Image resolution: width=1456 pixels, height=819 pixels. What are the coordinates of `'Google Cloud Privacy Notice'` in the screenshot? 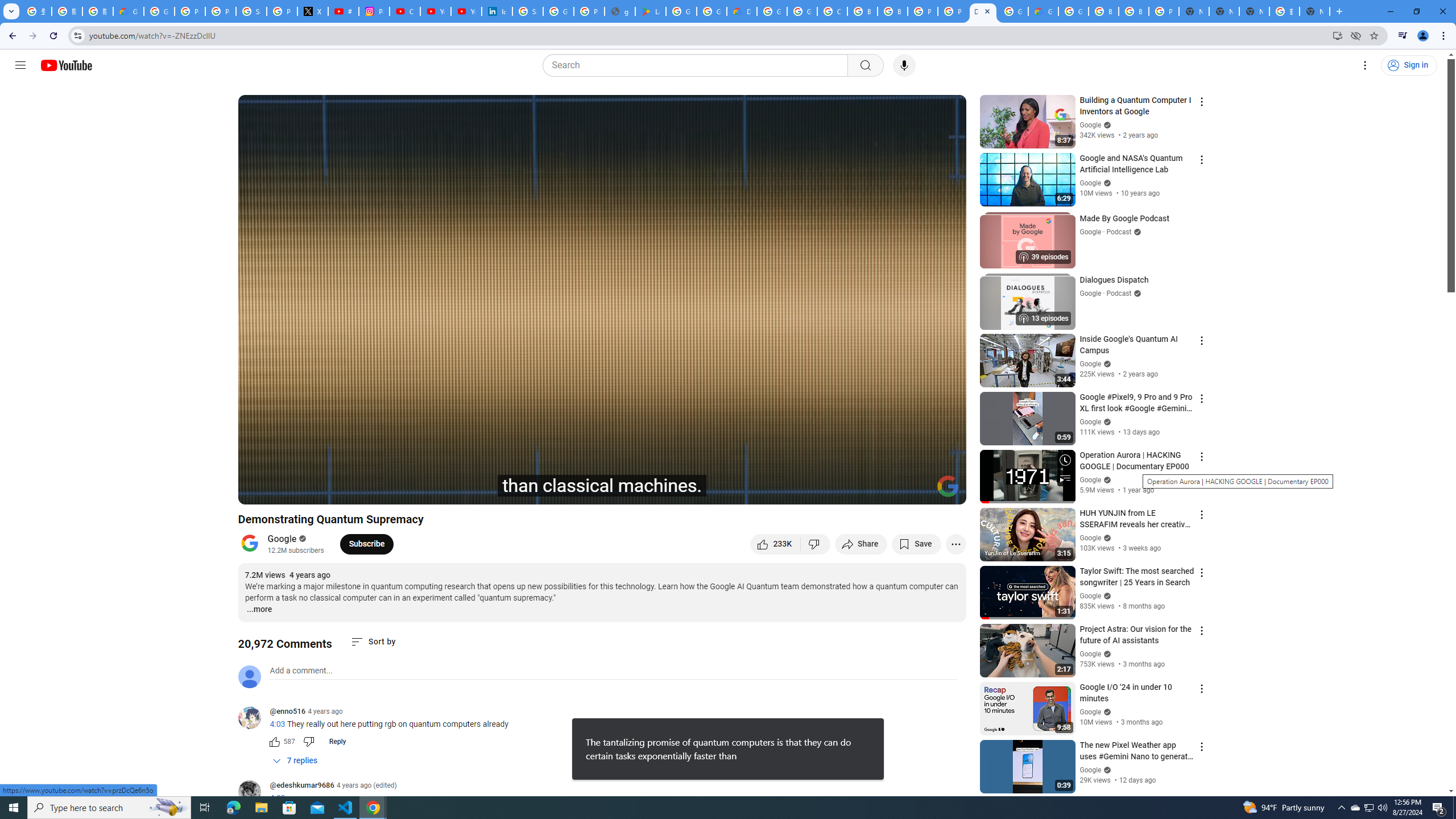 It's located at (127, 11).